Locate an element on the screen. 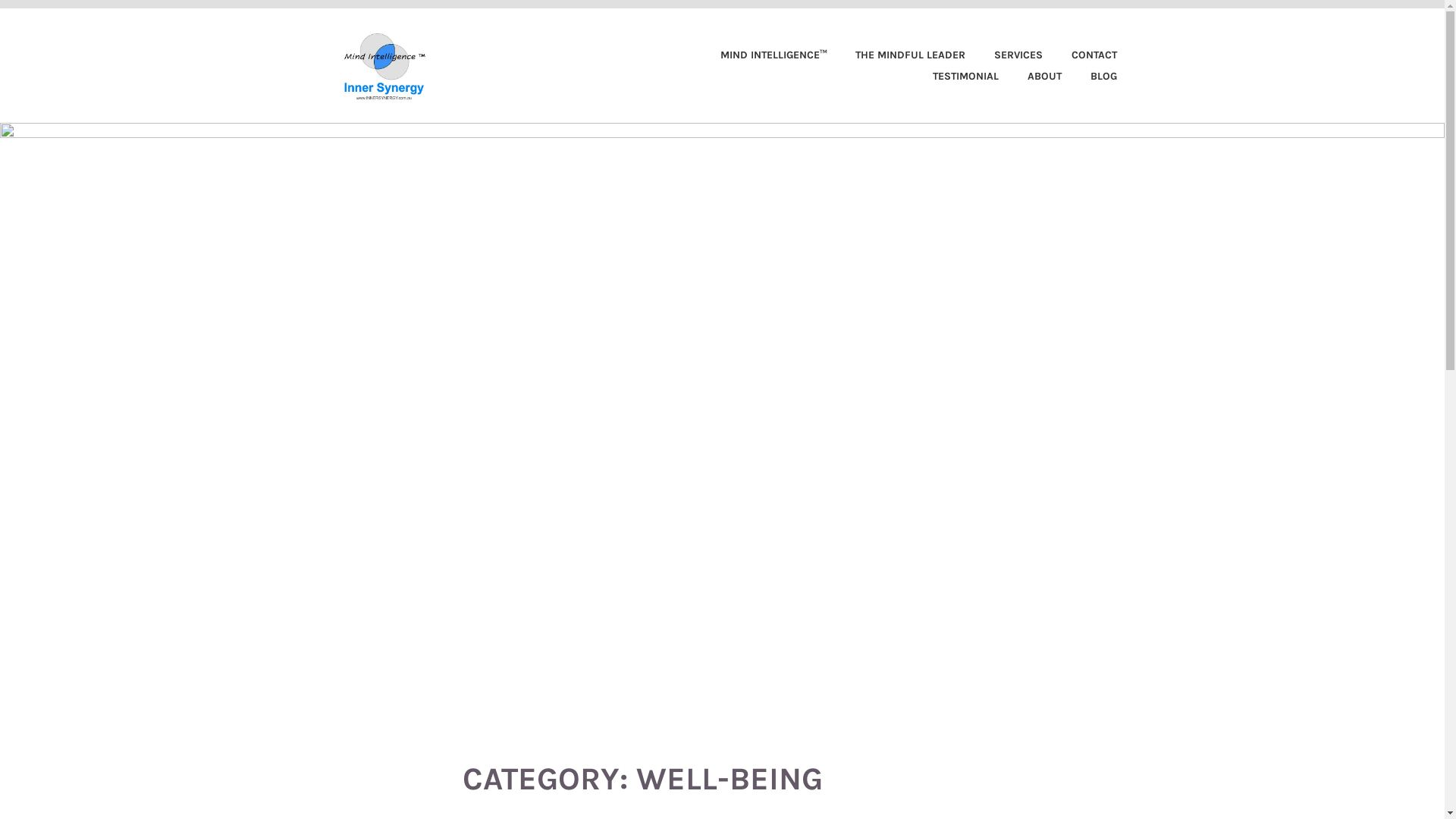 This screenshot has height=819, width=1456. 'BLOG' is located at coordinates (1063, 76).